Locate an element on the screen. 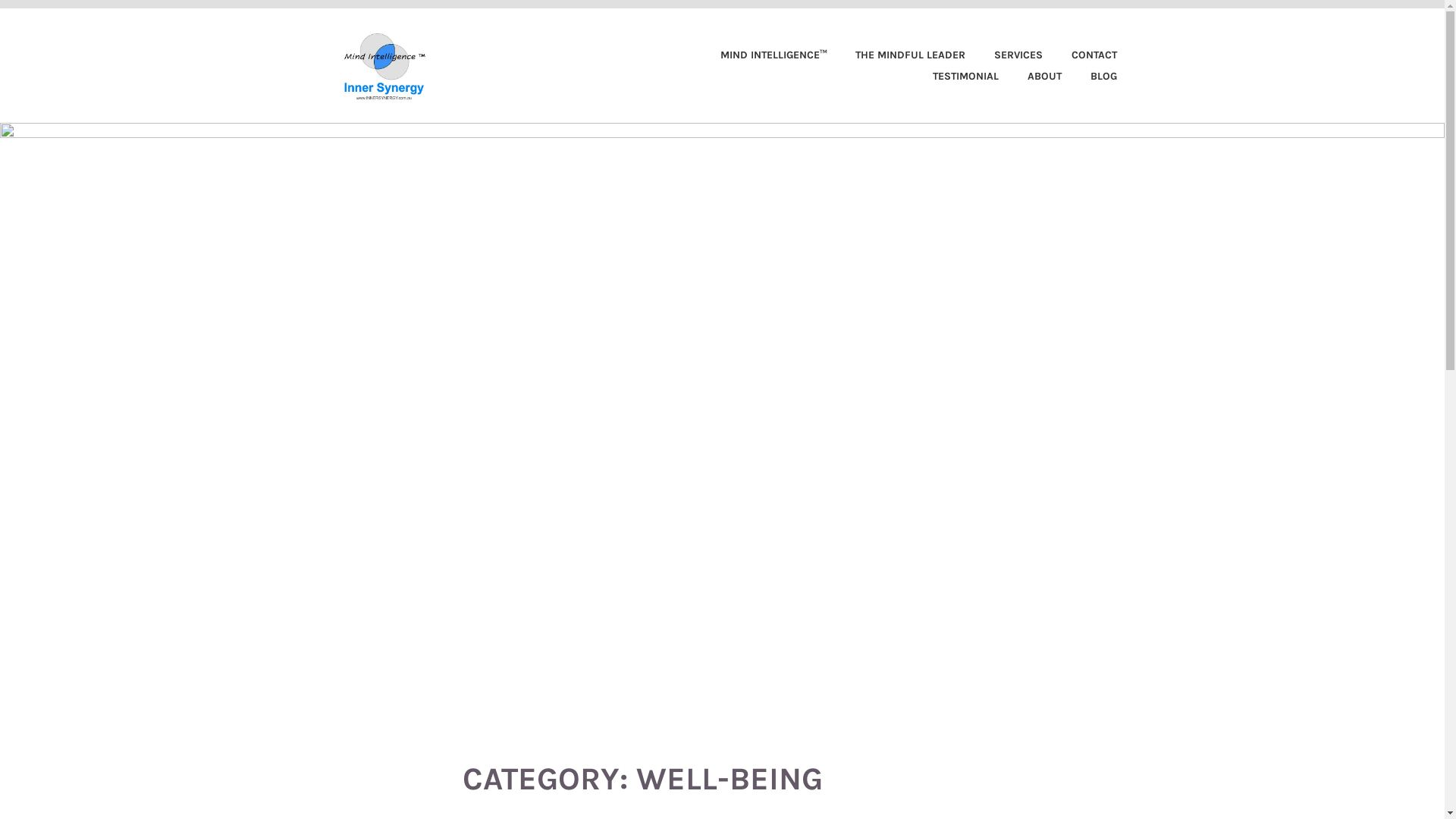 This screenshot has height=819, width=1456. 'BLOG' is located at coordinates (1063, 76).